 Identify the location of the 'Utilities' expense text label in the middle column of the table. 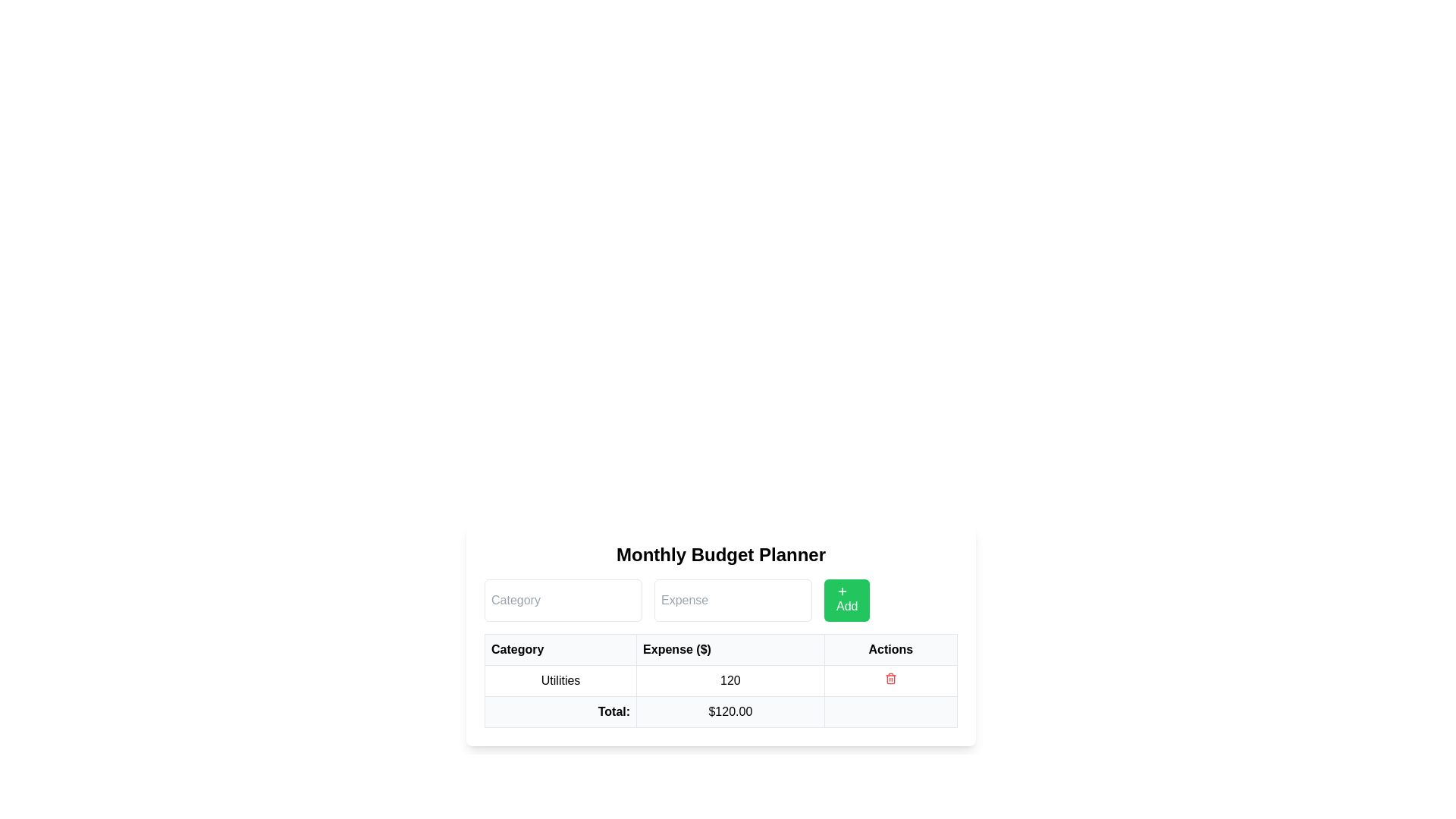
(730, 680).